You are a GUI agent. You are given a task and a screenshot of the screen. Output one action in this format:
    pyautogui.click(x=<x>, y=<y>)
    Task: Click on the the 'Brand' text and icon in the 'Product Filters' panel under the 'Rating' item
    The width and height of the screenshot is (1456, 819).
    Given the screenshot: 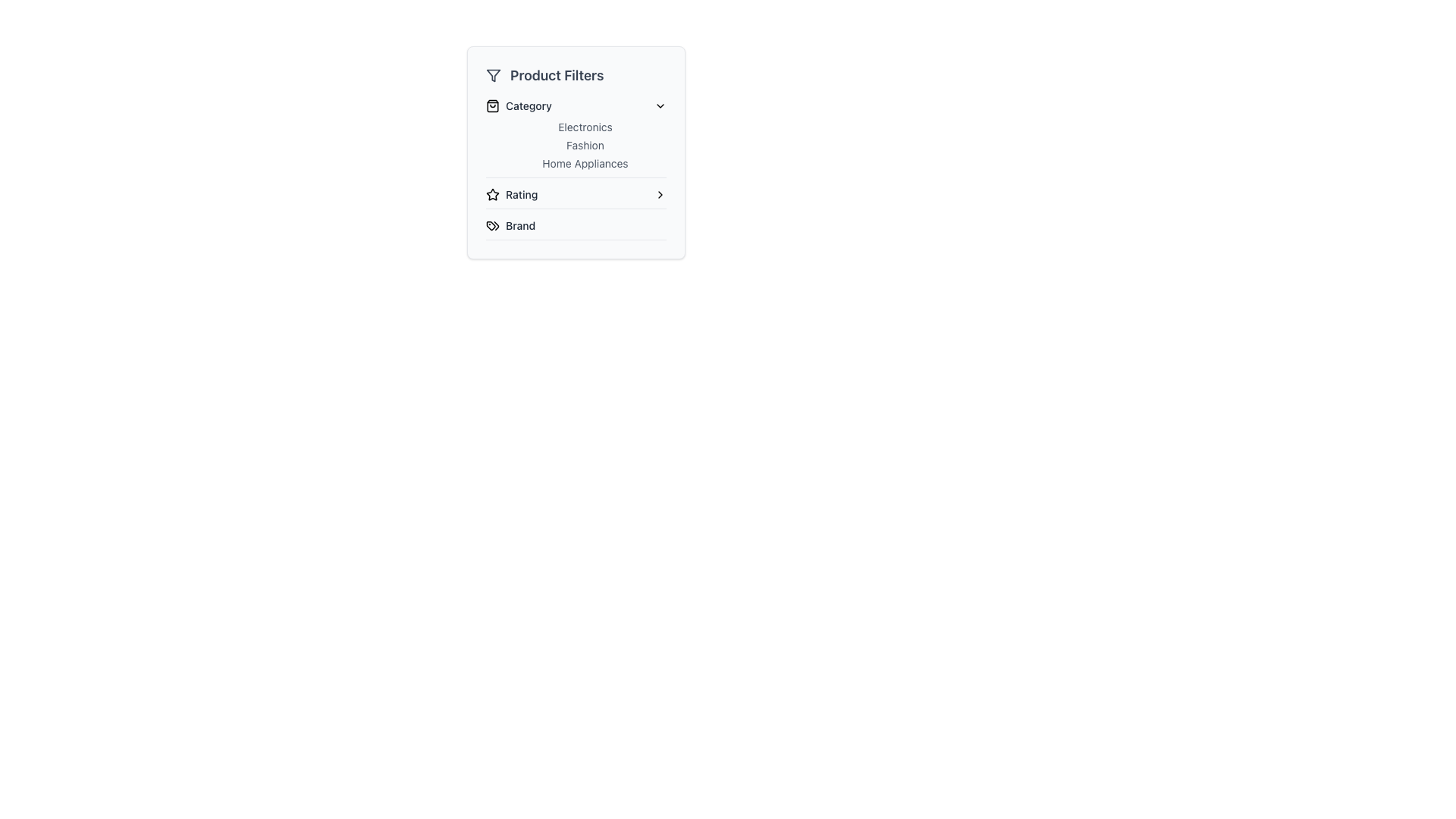 What is the action you would take?
    pyautogui.click(x=510, y=225)
    